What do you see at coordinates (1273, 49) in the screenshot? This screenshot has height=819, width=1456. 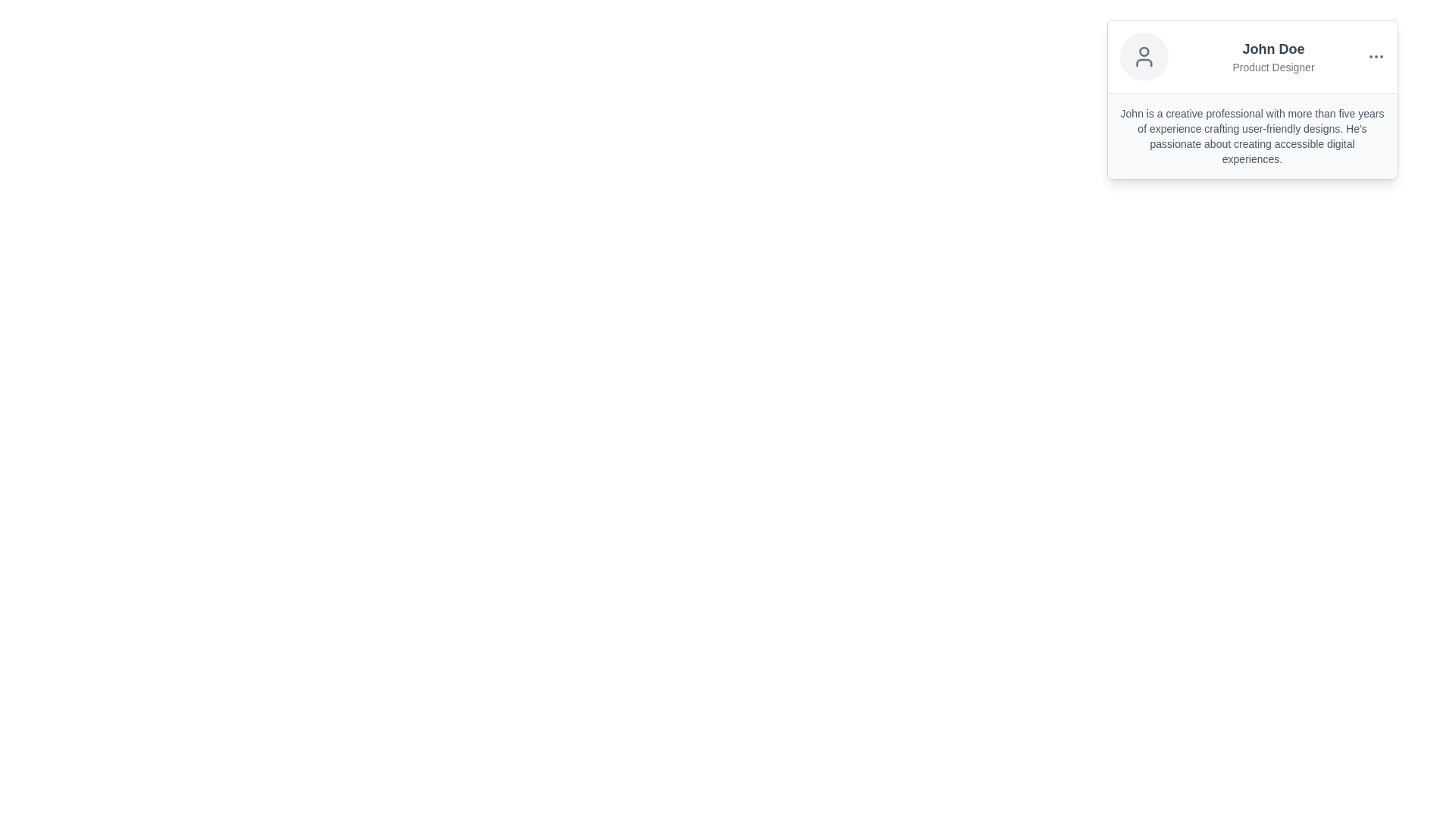 I see `the text label displaying 'John Doe', which is styled in bold and large gray font, located at the top left of the profile card for potential interaction` at bounding box center [1273, 49].